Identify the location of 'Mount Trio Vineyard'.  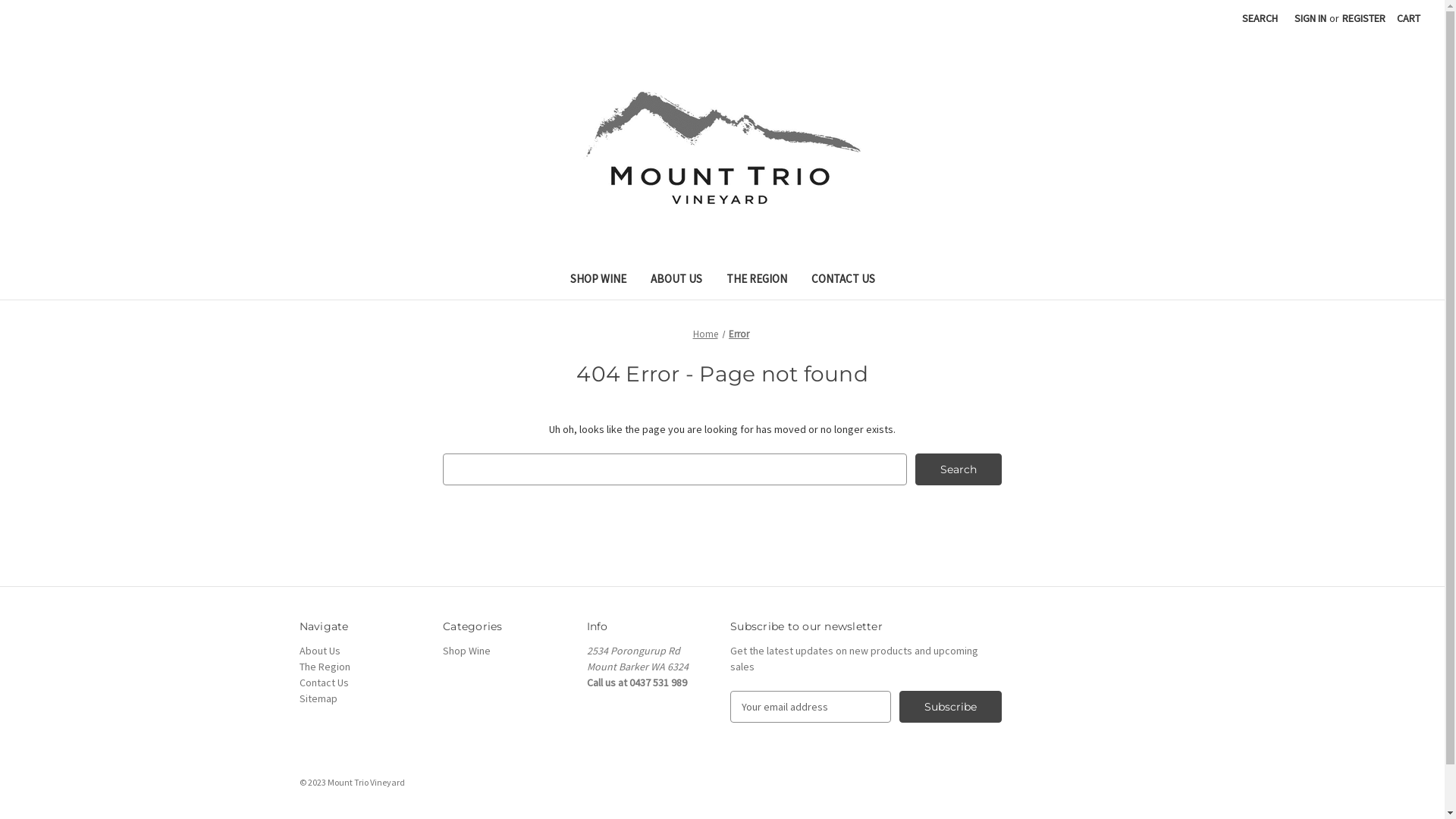
(721, 146).